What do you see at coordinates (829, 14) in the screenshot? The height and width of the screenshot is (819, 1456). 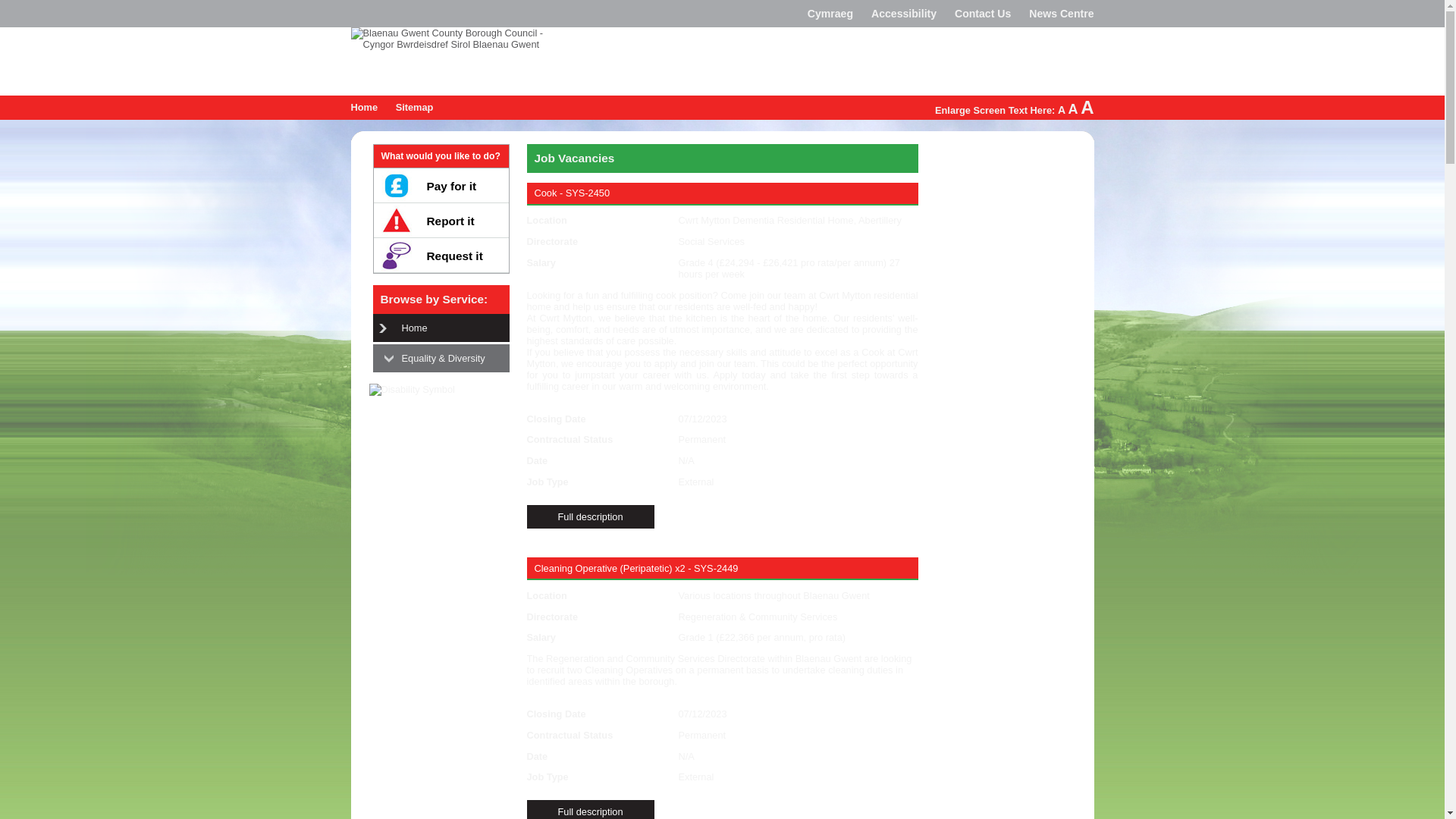 I see `'Cymraeg'` at bounding box center [829, 14].